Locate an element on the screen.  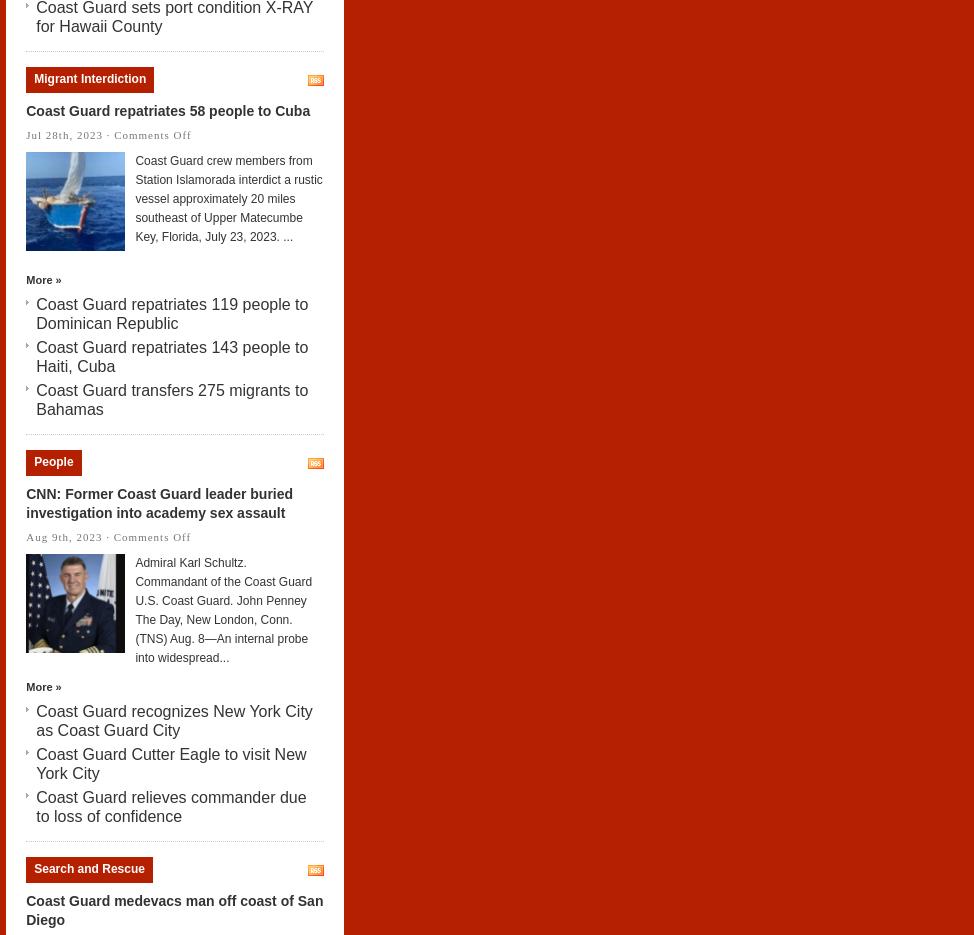
'Coast Guard repatriates 119 people to Dominican Republic' is located at coordinates (172, 313).